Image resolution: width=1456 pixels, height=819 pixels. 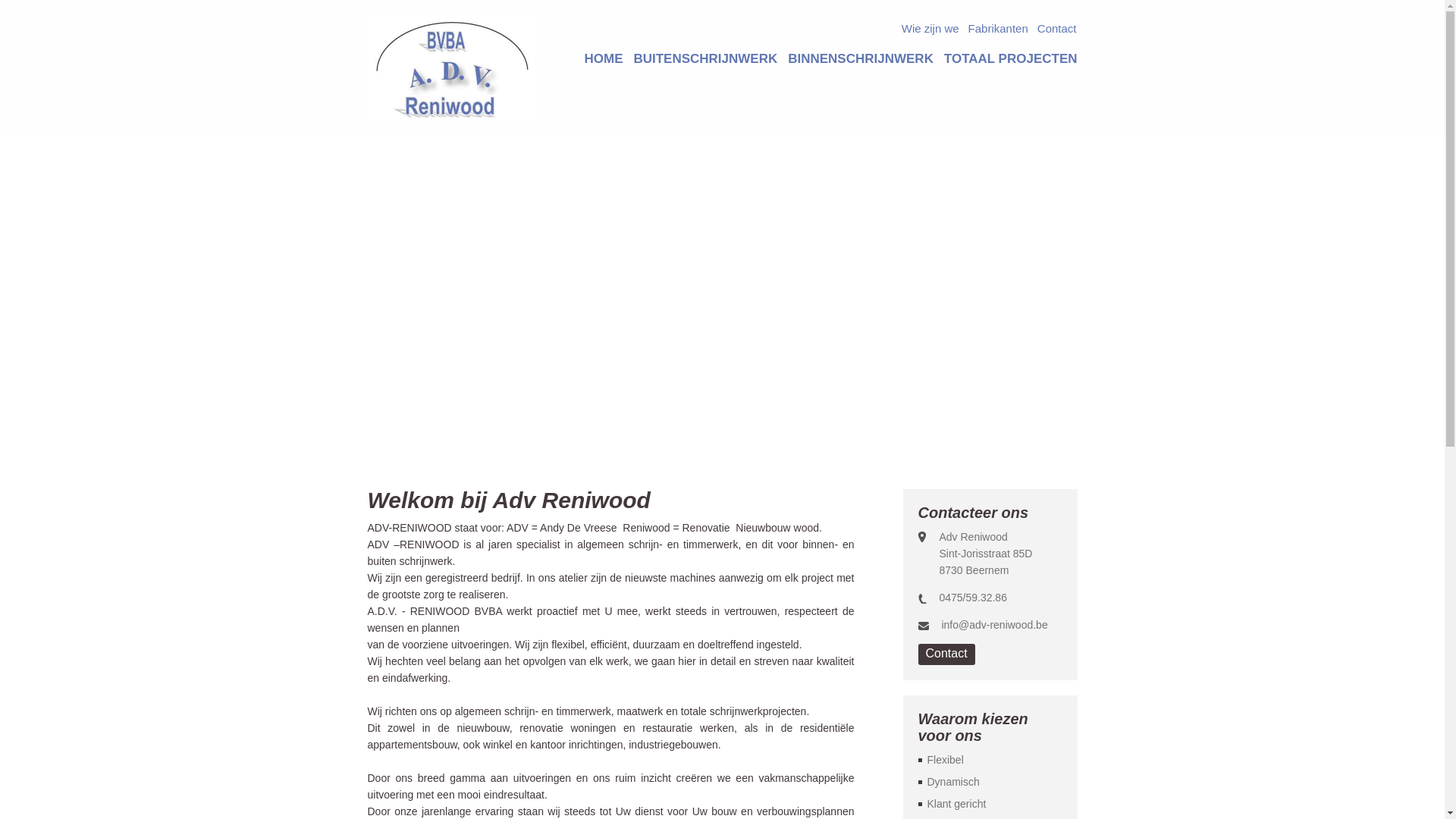 What do you see at coordinates (602, 58) in the screenshot?
I see `'HOME'` at bounding box center [602, 58].